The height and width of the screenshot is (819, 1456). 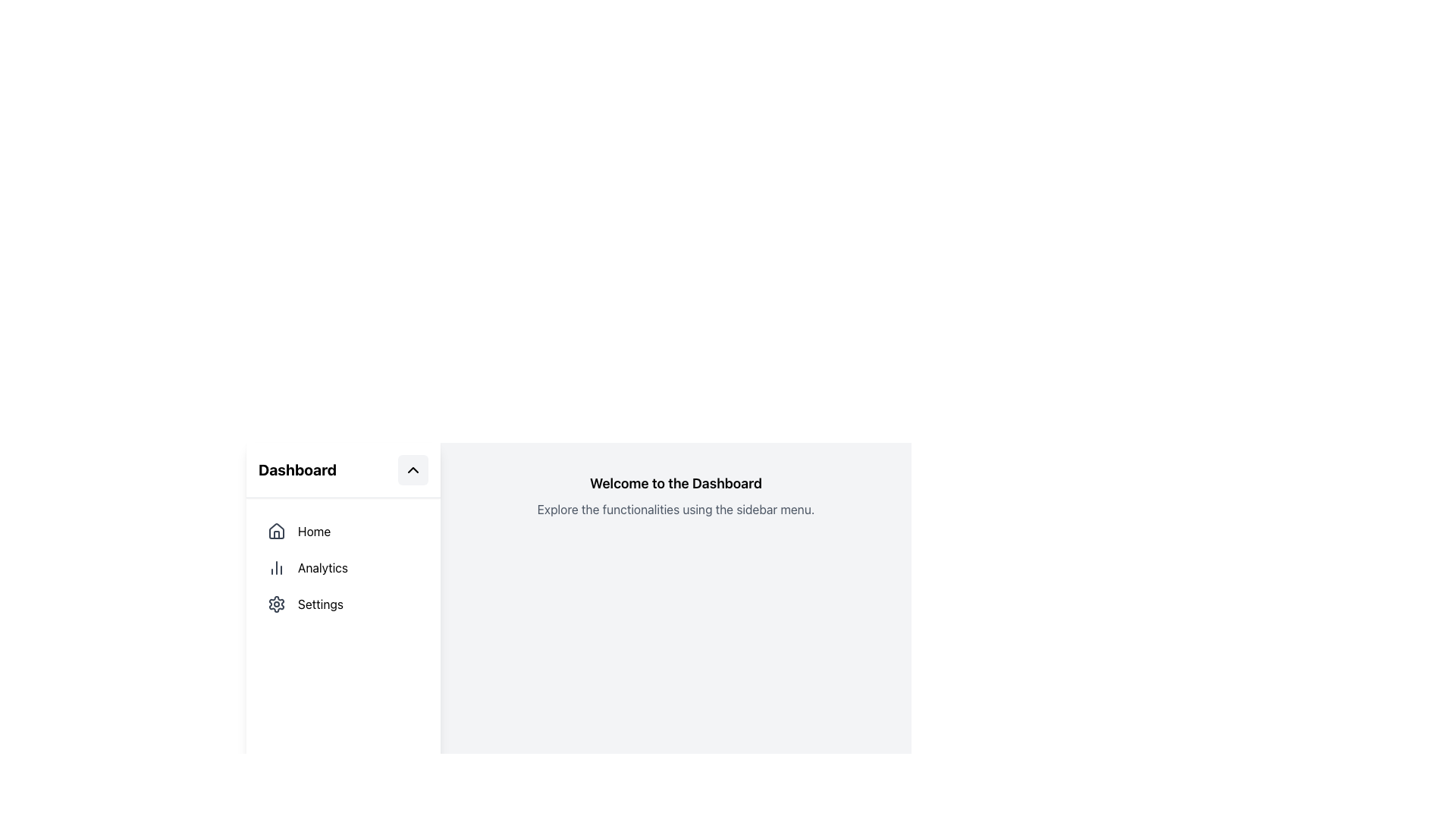 What do you see at coordinates (276, 529) in the screenshot?
I see `the house icon in the sidebar navigation menu` at bounding box center [276, 529].